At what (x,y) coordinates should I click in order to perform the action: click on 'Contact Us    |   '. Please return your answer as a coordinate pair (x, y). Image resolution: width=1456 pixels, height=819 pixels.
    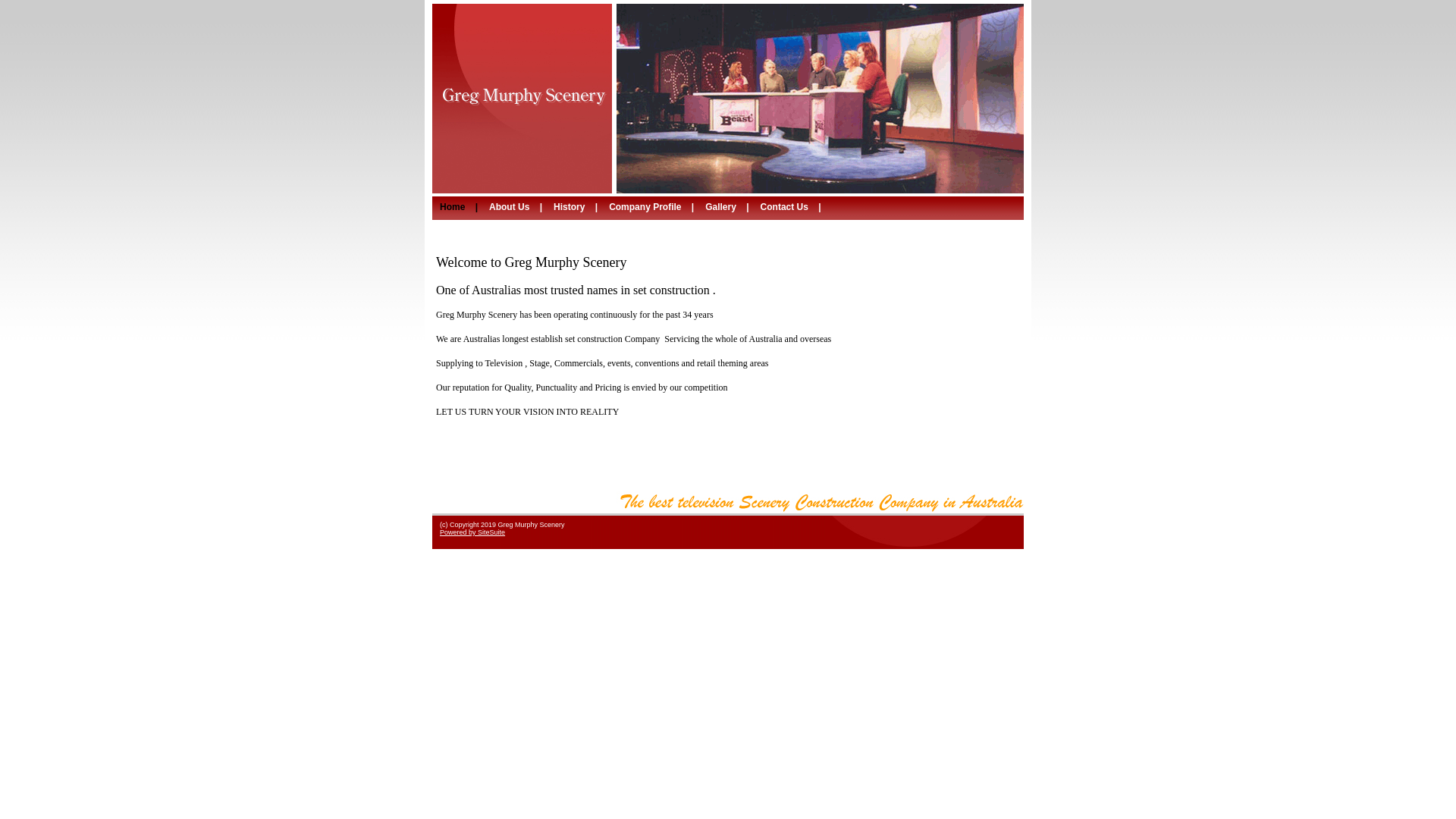
    Looking at the image, I should click on (757, 207).